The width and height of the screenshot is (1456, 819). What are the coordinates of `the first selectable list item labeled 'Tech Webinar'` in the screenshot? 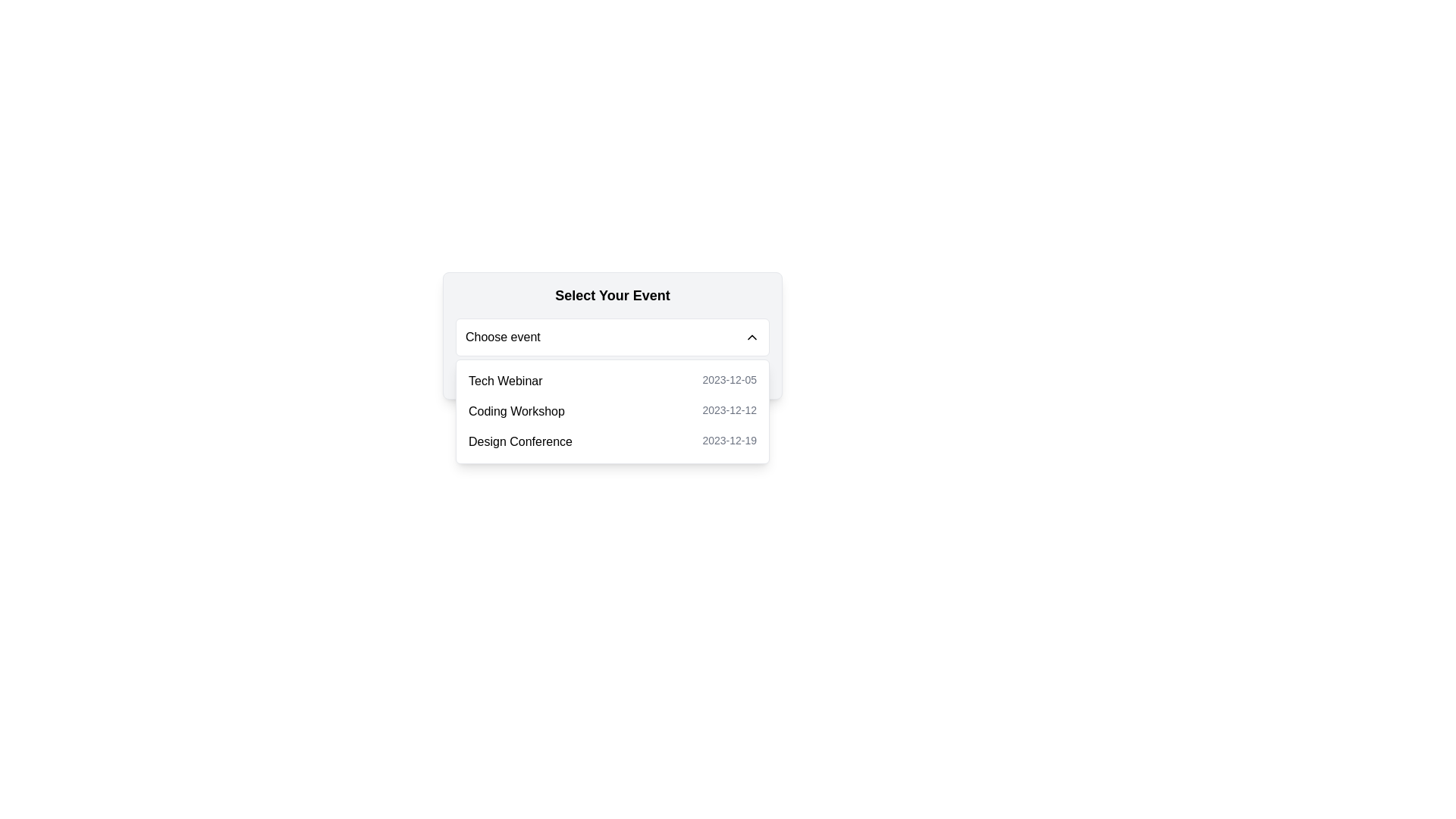 It's located at (612, 380).